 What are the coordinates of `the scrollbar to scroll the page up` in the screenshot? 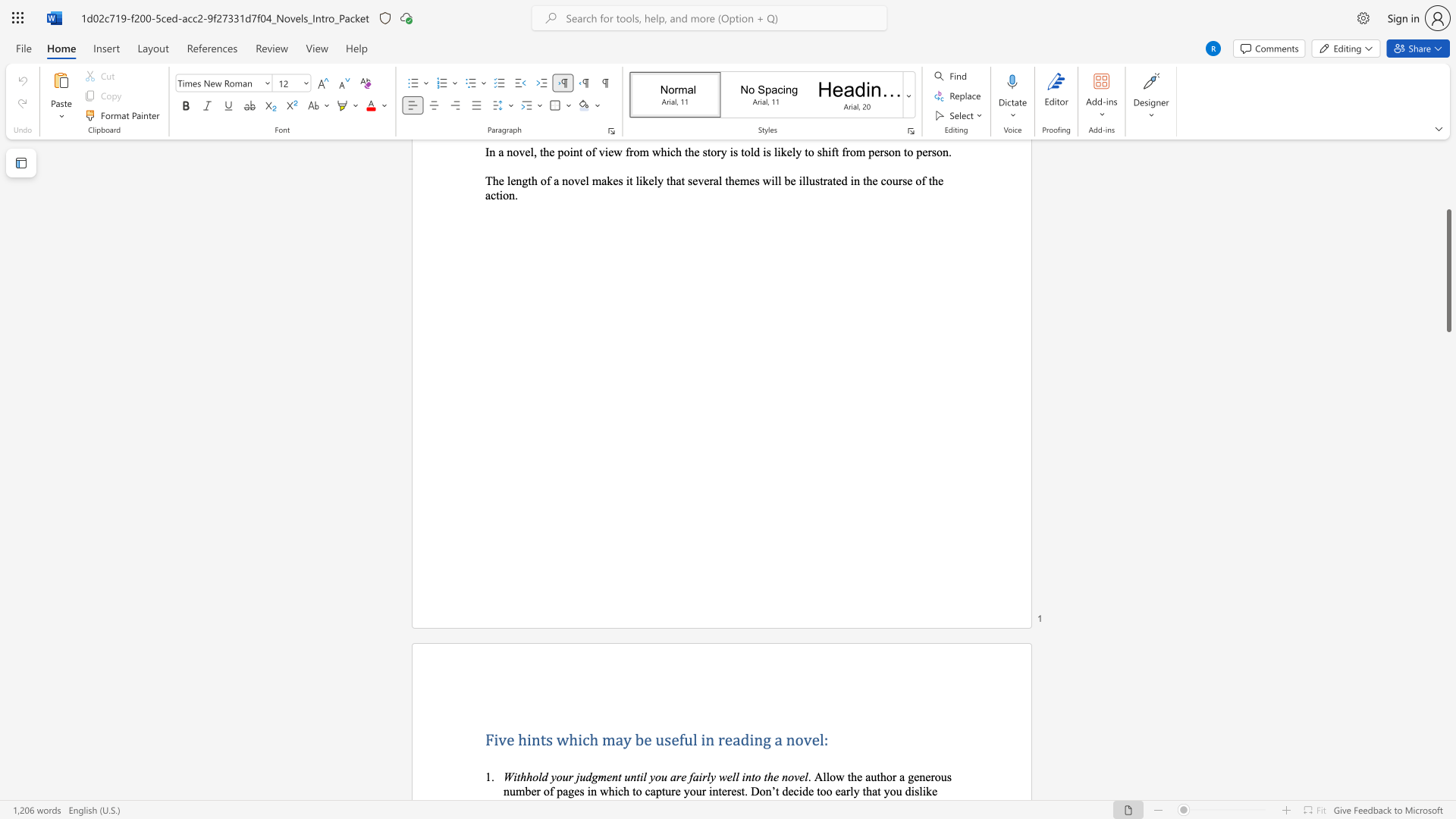 It's located at (1448, 242).